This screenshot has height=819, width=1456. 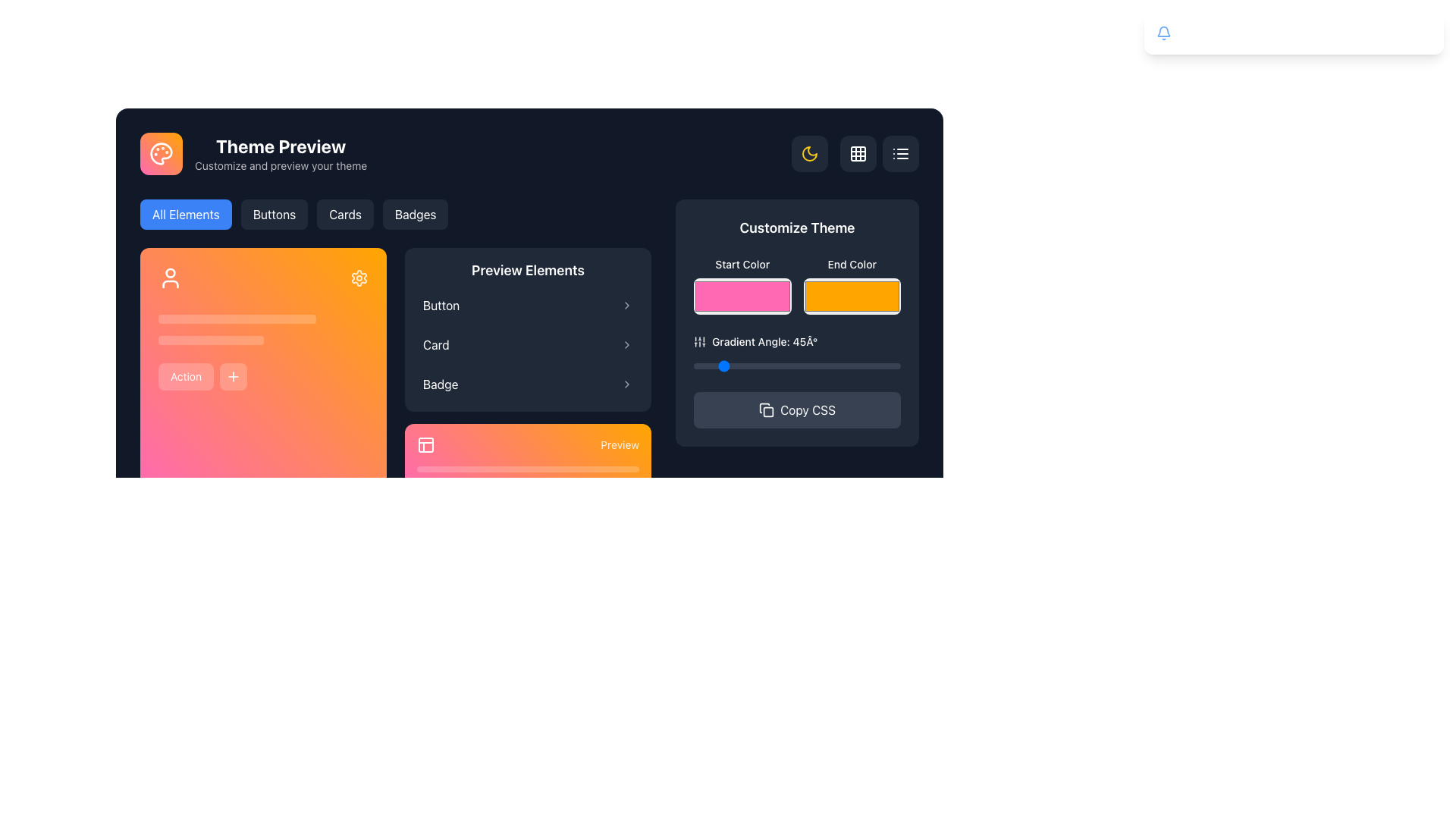 I want to click on the night mode toggle button located in the top-right corner of the interface, which features a moon icon, so click(x=809, y=154).